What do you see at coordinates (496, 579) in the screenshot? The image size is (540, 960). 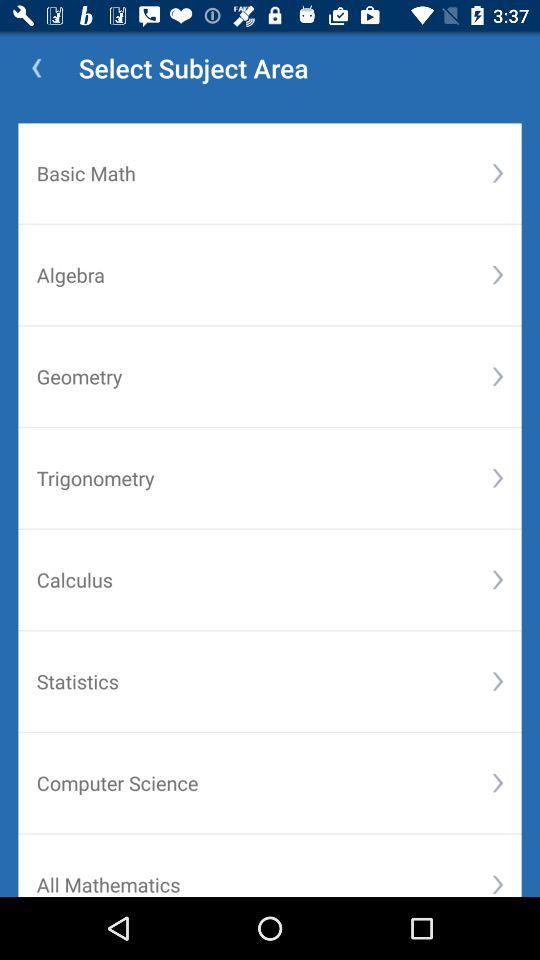 I see `the item above statistics icon` at bounding box center [496, 579].